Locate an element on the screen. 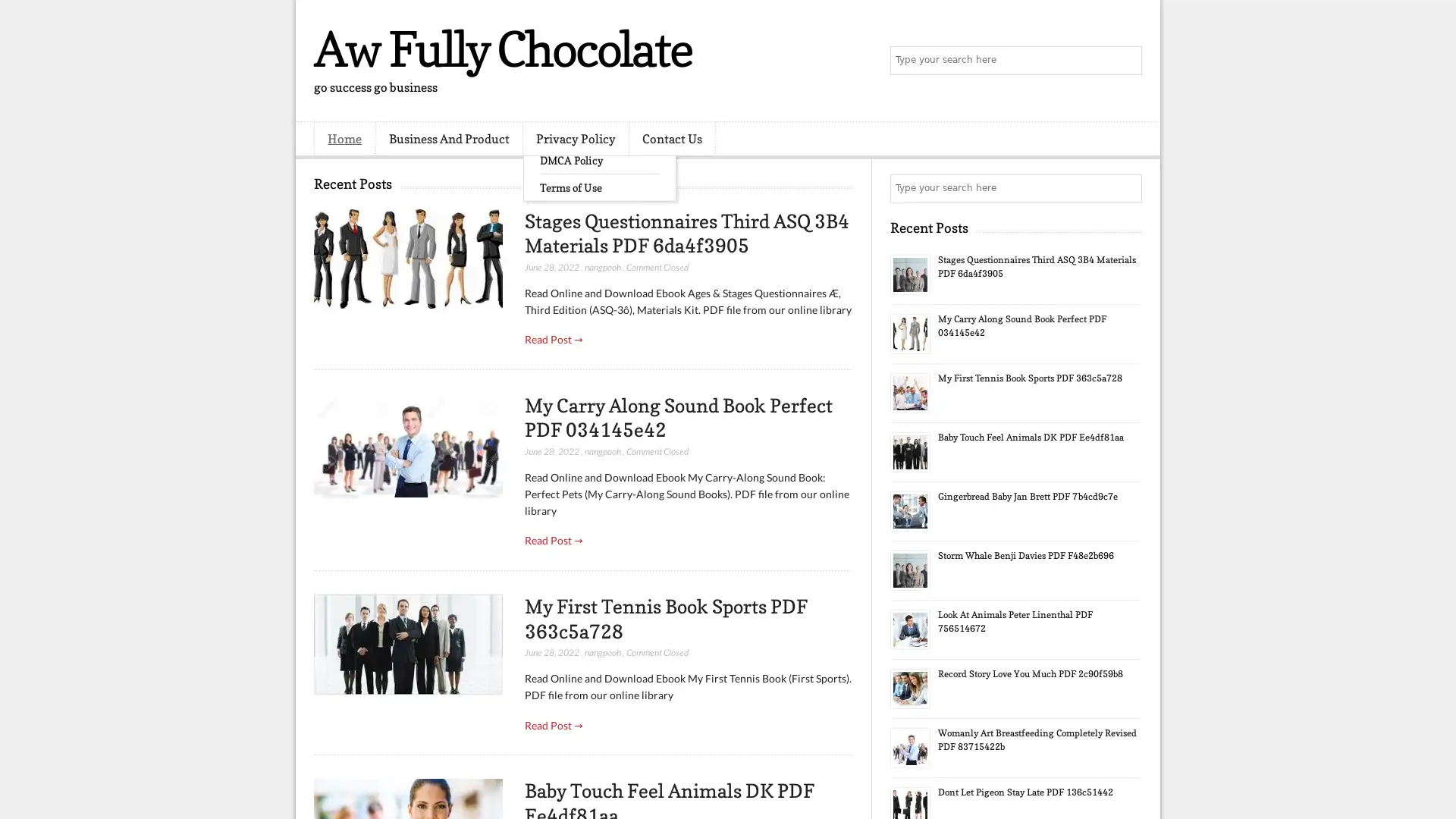 The height and width of the screenshot is (819, 1456). Search is located at coordinates (1126, 188).